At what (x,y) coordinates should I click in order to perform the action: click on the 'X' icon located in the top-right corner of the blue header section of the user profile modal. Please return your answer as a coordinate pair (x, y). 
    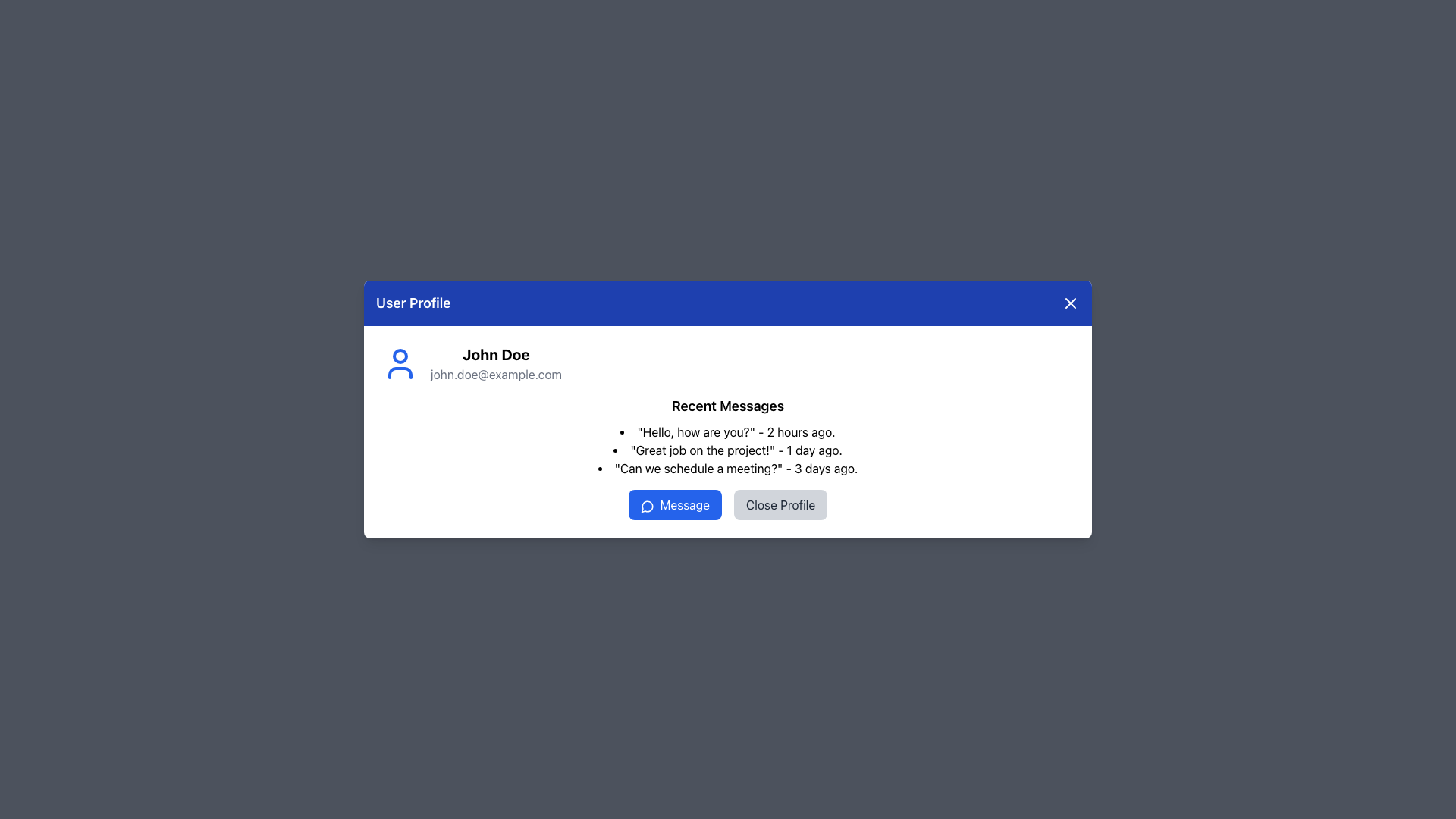
    Looking at the image, I should click on (1069, 303).